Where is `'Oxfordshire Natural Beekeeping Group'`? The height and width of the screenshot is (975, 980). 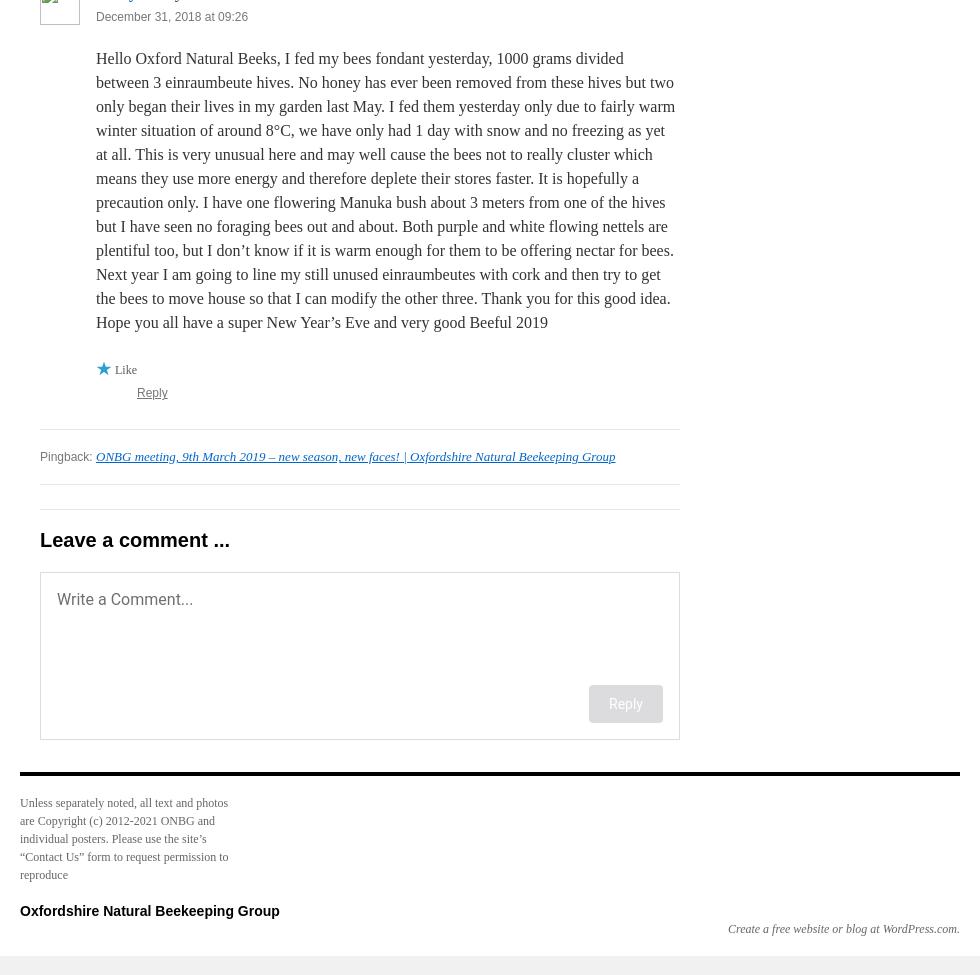
'Oxfordshire Natural Beekeeping Group' is located at coordinates (149, 910).